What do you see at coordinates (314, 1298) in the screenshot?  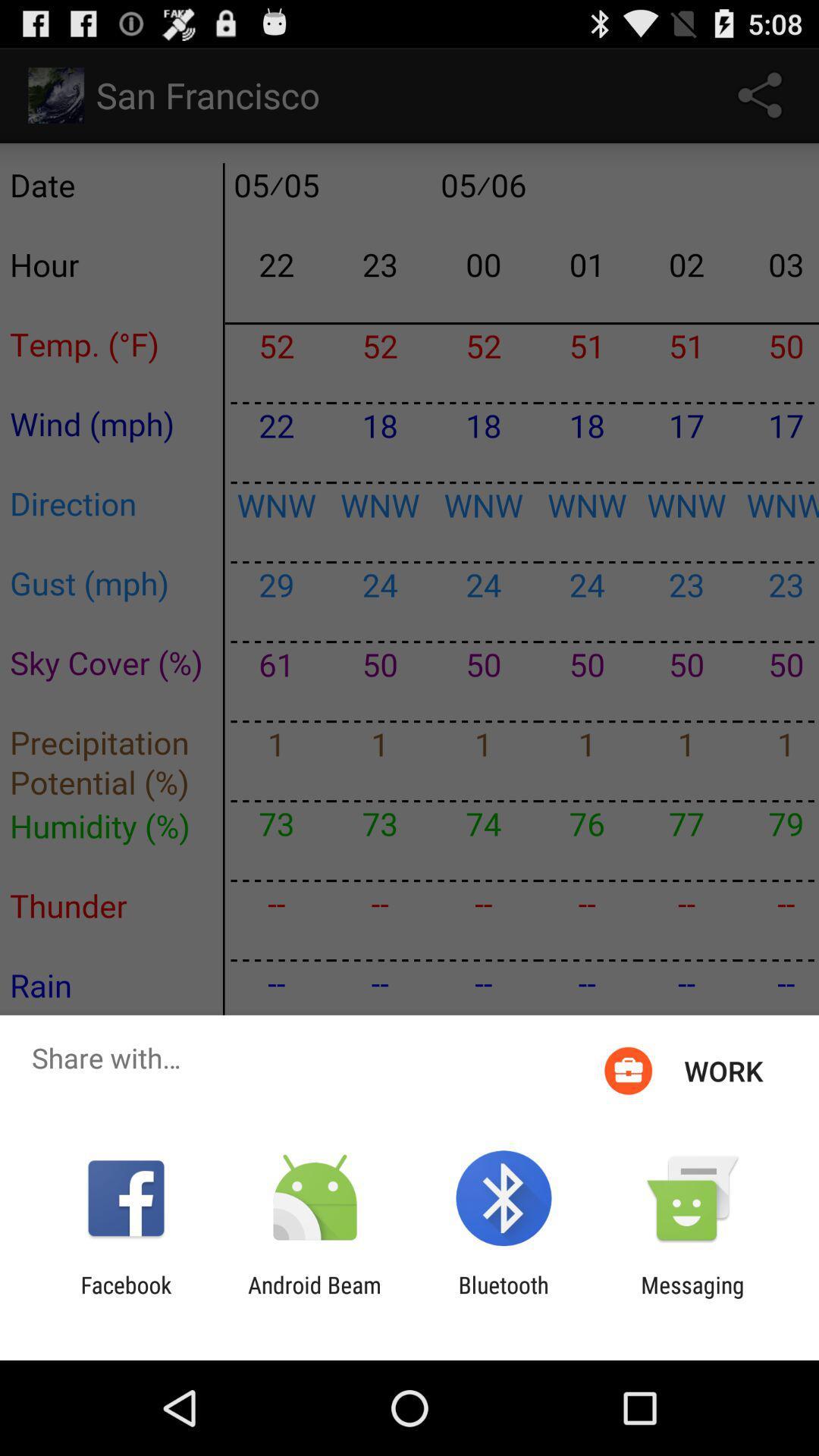 I see `android beam icon` at bounding box center [314, 1298].